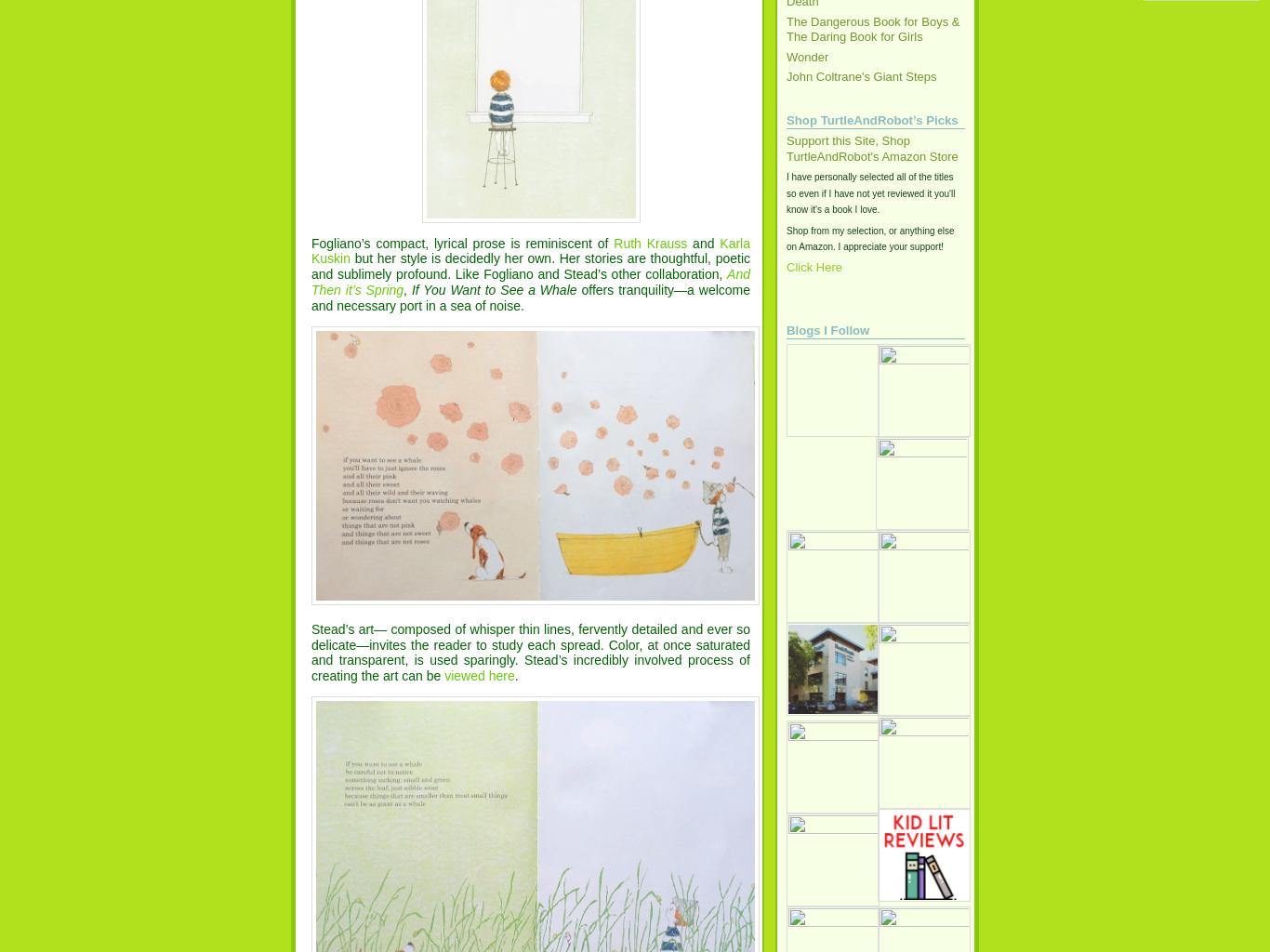 This screenshot has width=1270, height=952. Describe the element at coordinates (493, 287) in the screenshot. I see `'If You Want to See a Whale'` at that location.